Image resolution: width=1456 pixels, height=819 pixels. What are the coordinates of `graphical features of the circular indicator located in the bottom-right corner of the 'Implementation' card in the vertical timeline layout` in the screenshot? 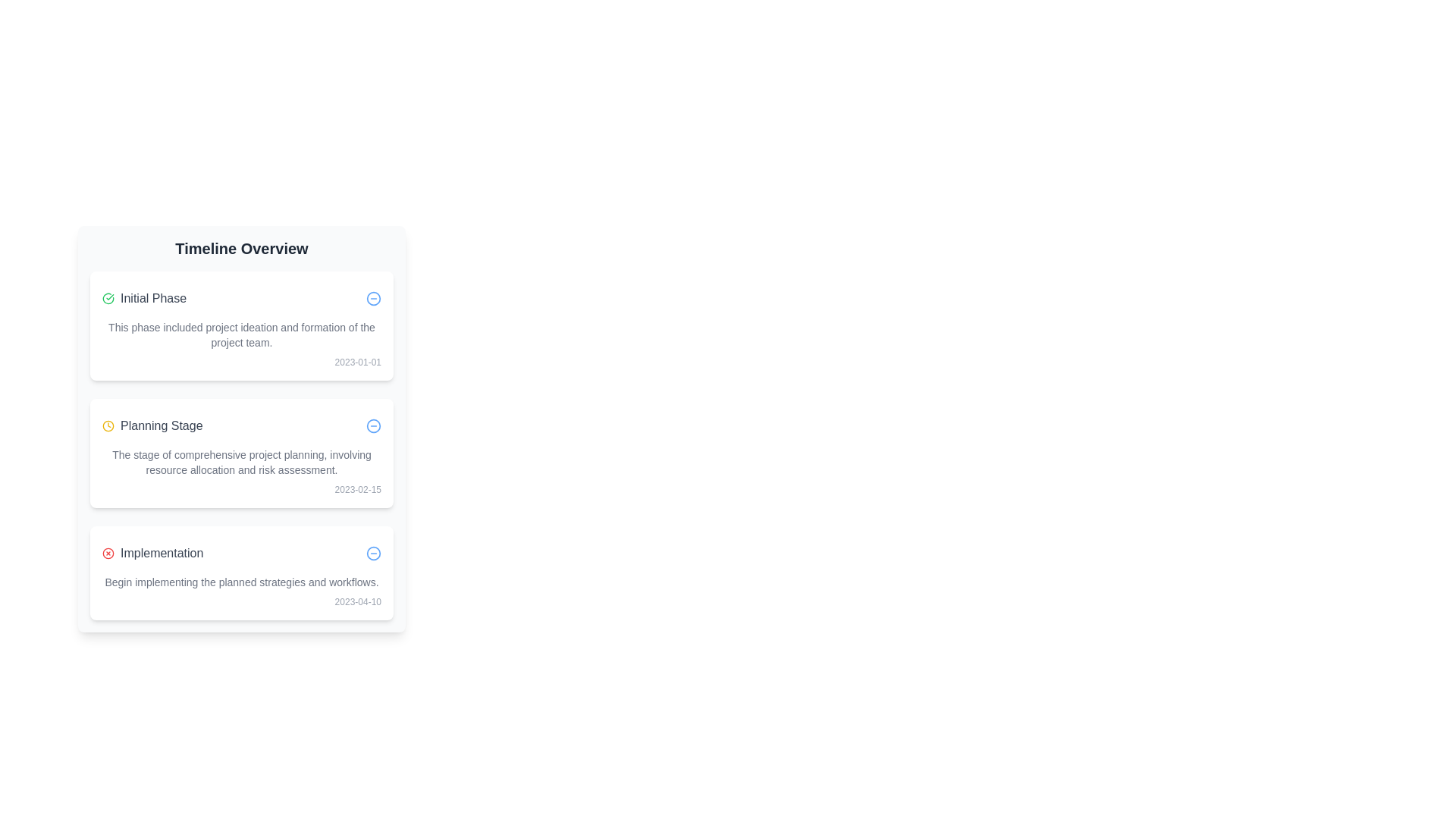 It's located at (374, 553).